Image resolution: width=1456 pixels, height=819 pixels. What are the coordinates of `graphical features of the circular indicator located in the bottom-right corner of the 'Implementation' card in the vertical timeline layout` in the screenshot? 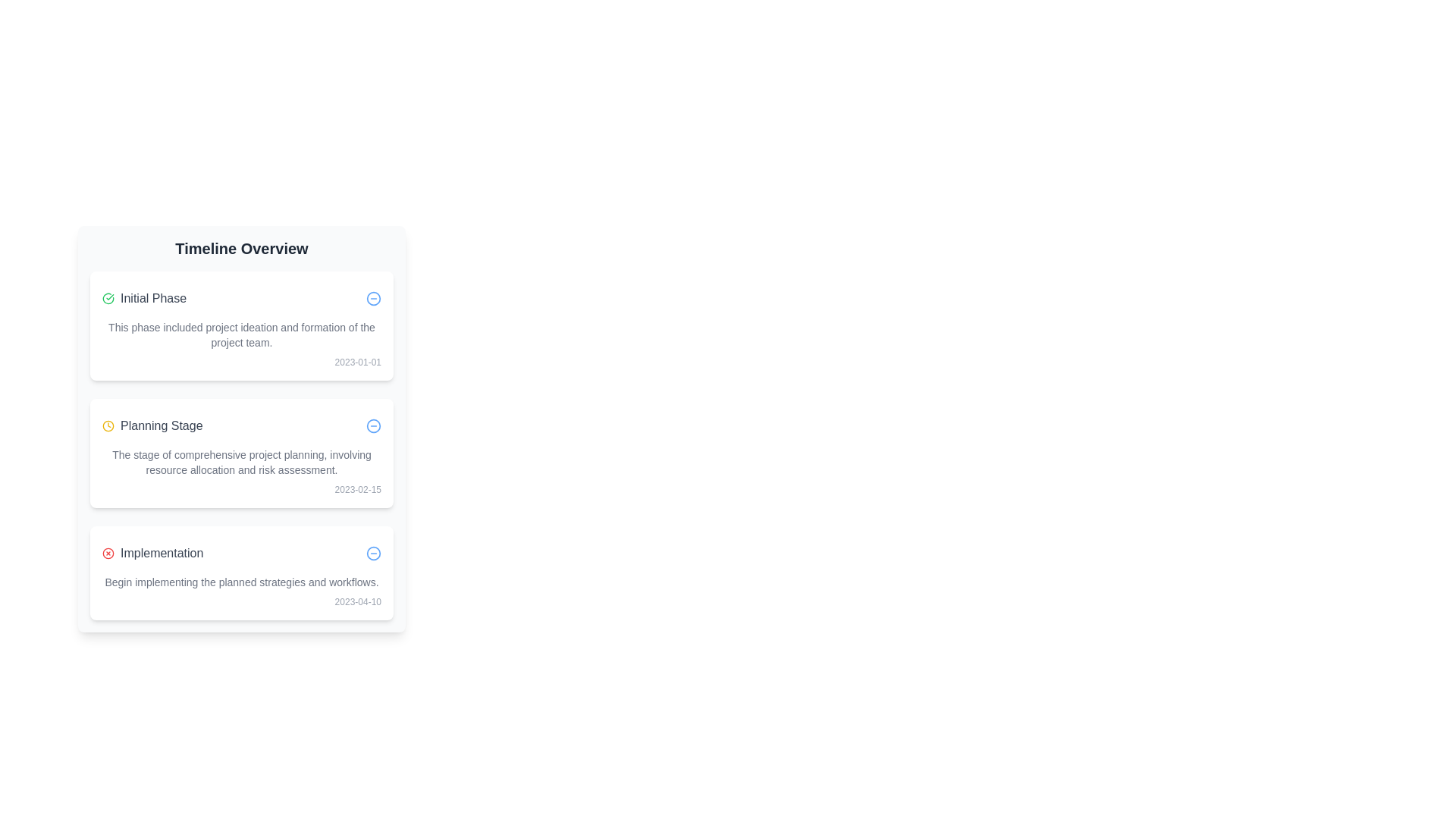 It's located at (374, 553).